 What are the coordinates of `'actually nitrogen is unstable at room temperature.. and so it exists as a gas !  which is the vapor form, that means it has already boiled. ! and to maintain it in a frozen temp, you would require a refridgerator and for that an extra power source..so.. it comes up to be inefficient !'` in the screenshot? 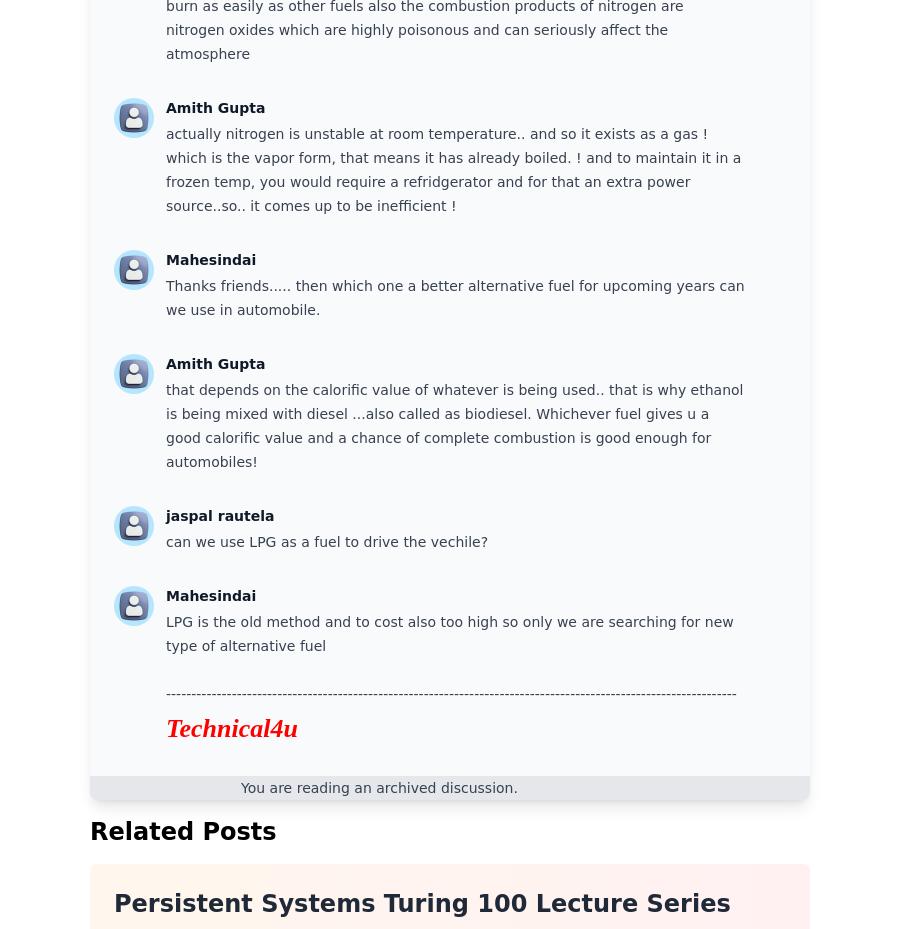 It's located at (165, 170).